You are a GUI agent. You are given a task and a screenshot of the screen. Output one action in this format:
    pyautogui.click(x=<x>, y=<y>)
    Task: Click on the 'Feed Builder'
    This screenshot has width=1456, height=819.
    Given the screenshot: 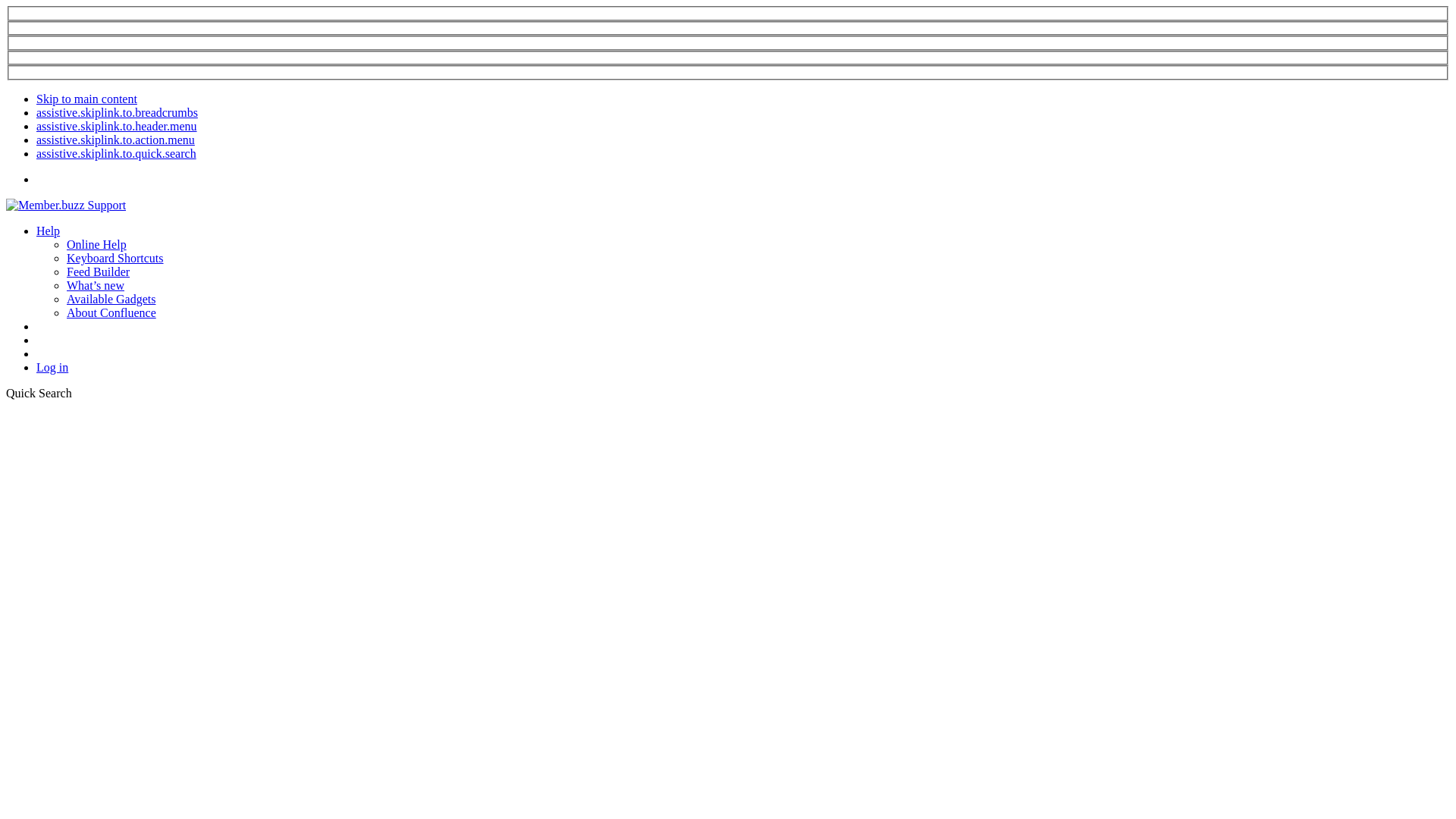 What is the action you would take?
    pyautogui.click(x=65, y=271)
    